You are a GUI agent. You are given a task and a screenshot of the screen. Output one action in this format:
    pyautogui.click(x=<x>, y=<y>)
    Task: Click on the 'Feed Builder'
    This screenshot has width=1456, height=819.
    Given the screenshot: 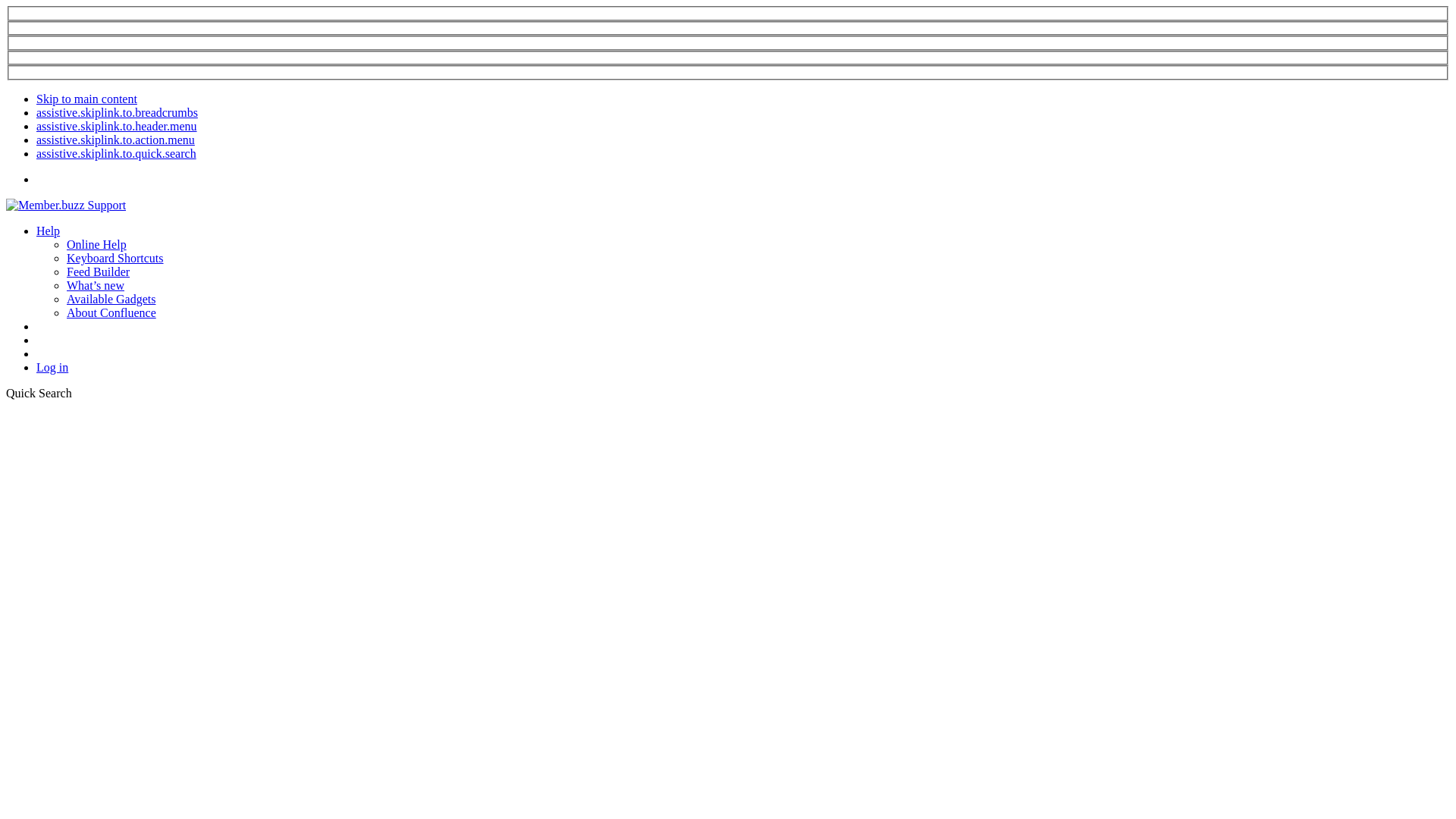 What is the action you would take?
    pyautogui.click(x=65, y=271)
    